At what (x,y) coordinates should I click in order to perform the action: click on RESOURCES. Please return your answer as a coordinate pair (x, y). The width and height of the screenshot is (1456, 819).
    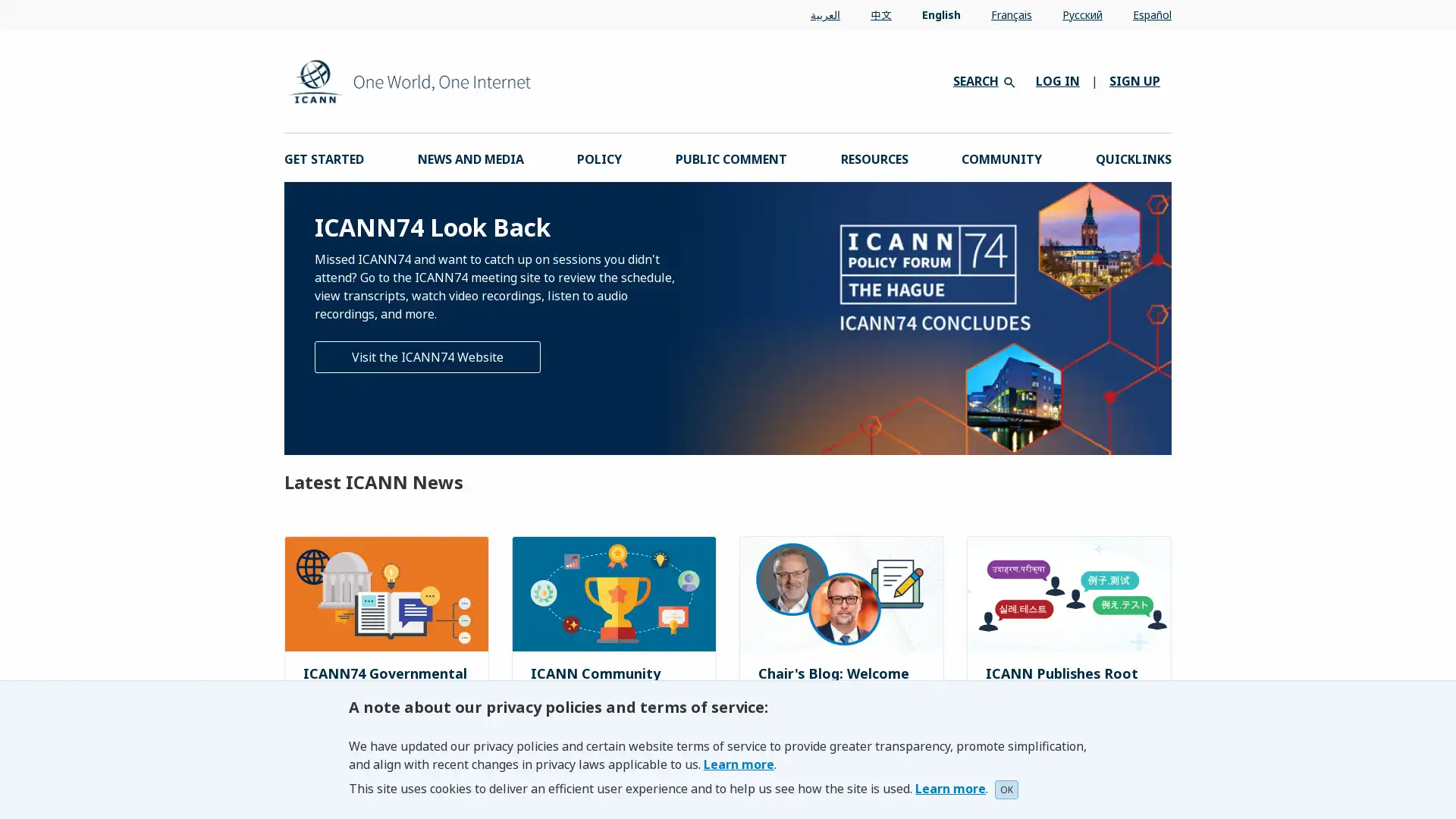
    Looking at the image, I should click on (874, 158).